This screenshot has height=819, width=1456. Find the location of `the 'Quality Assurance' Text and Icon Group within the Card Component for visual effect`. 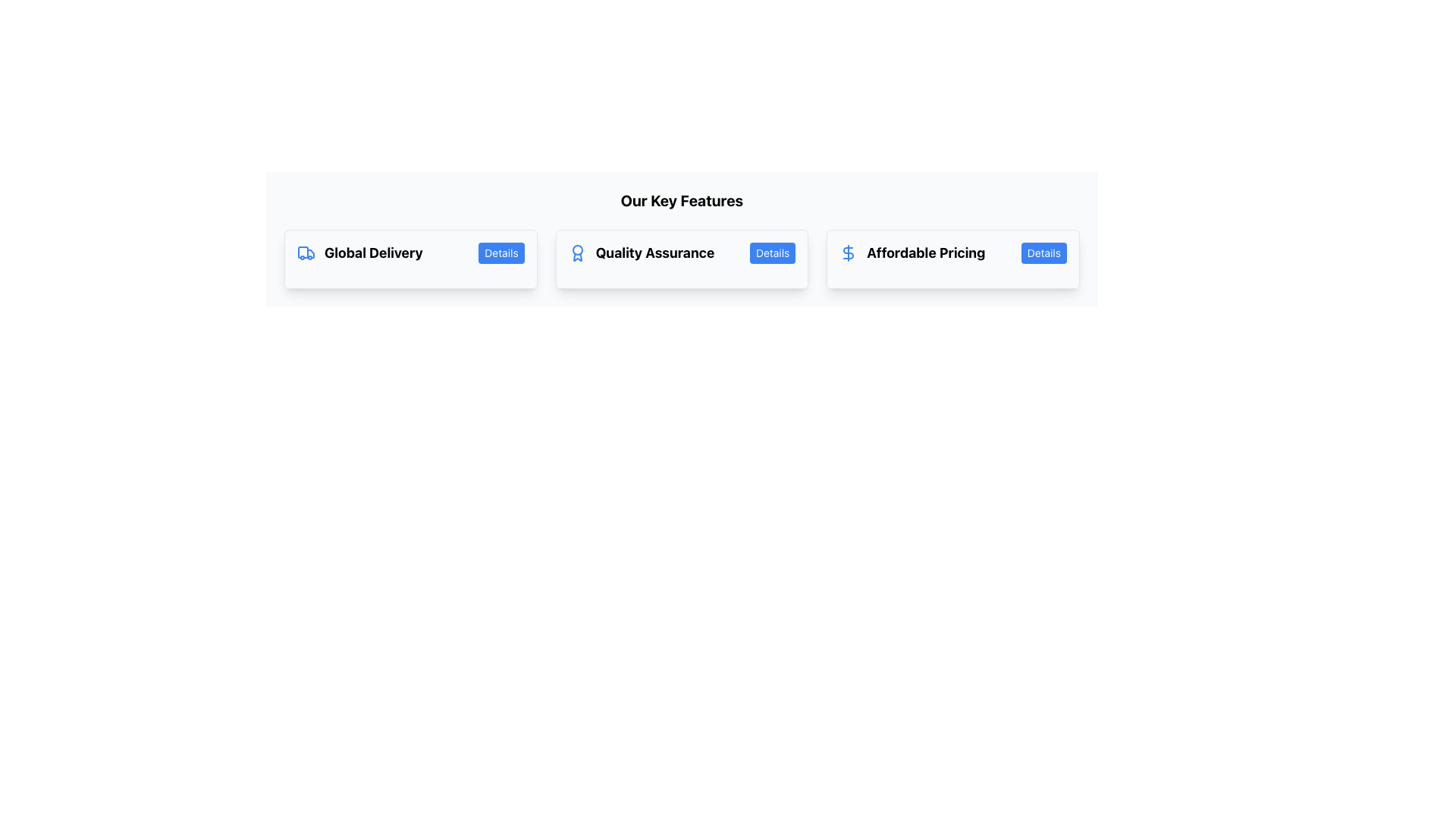

the 'Quality Assurance' Text and Icon Group within the Card Component for visual effect is located at coordinates (681, 253).